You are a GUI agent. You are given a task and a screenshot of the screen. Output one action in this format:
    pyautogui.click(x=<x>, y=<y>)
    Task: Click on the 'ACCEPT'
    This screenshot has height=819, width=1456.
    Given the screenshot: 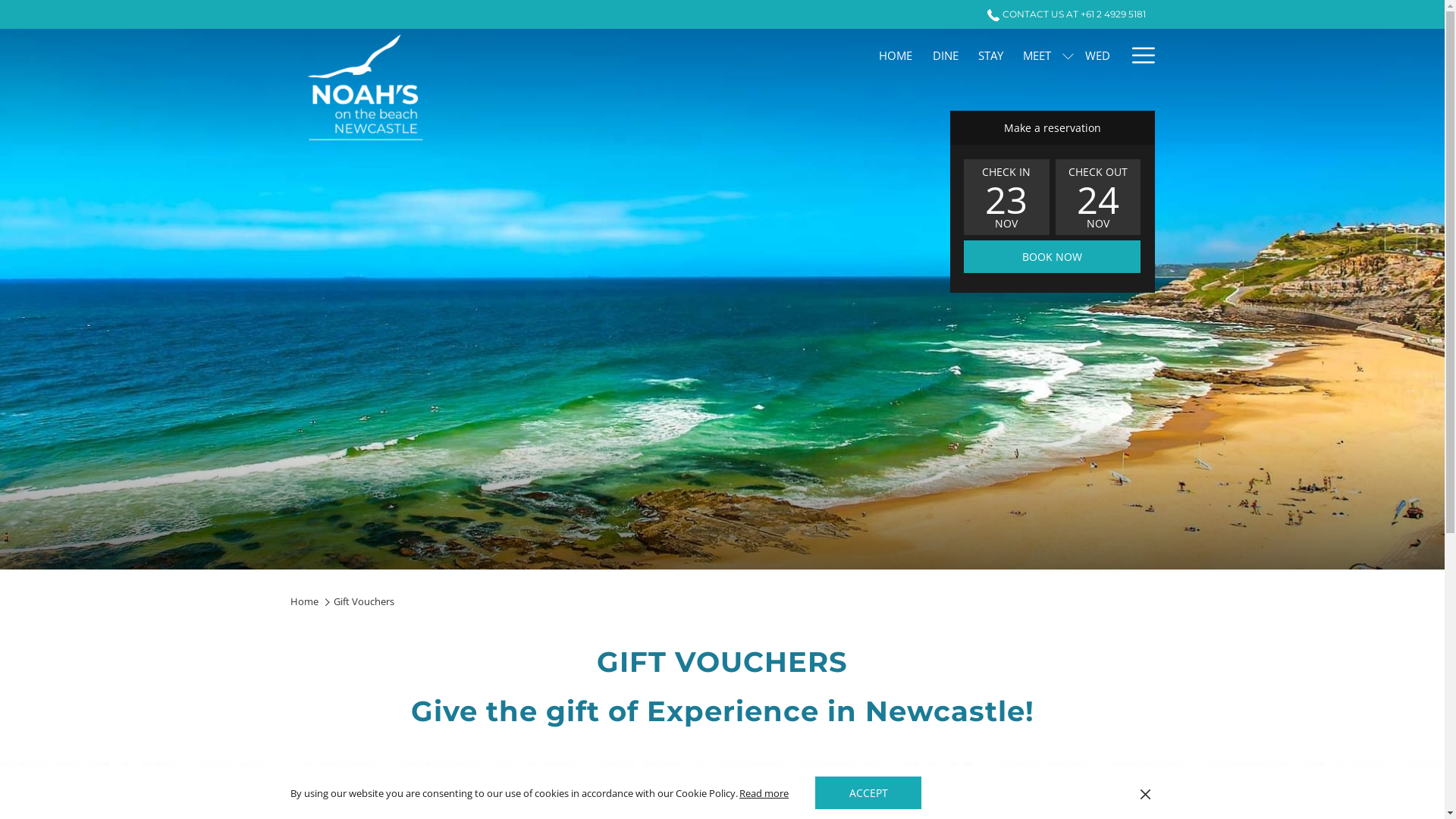 What is the action you would take?
    pyautogui.click(x=868, y=792)
    